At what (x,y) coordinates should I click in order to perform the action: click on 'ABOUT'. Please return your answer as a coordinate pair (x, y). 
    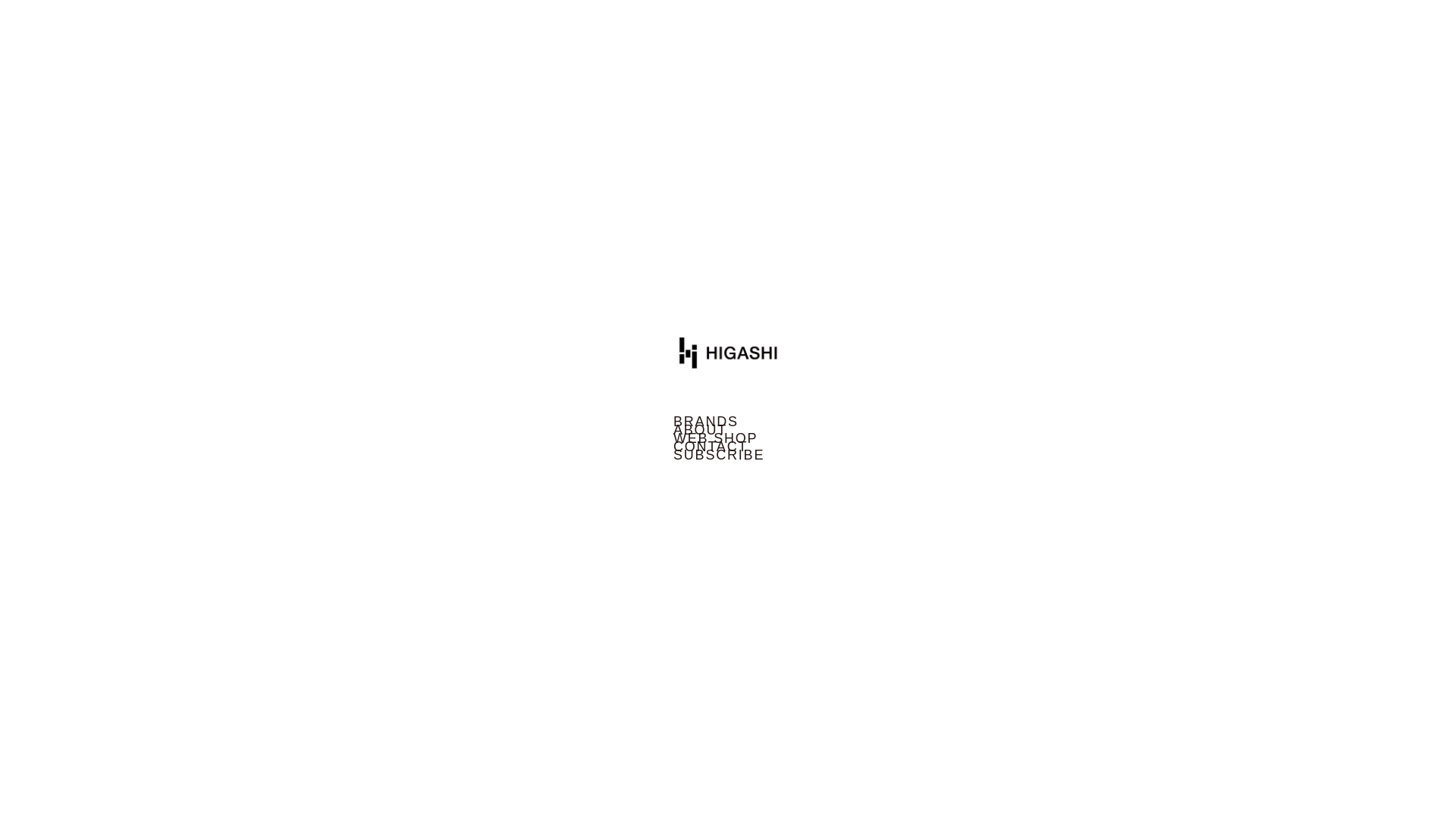
    Looking at the image, I should click on (728, 430).